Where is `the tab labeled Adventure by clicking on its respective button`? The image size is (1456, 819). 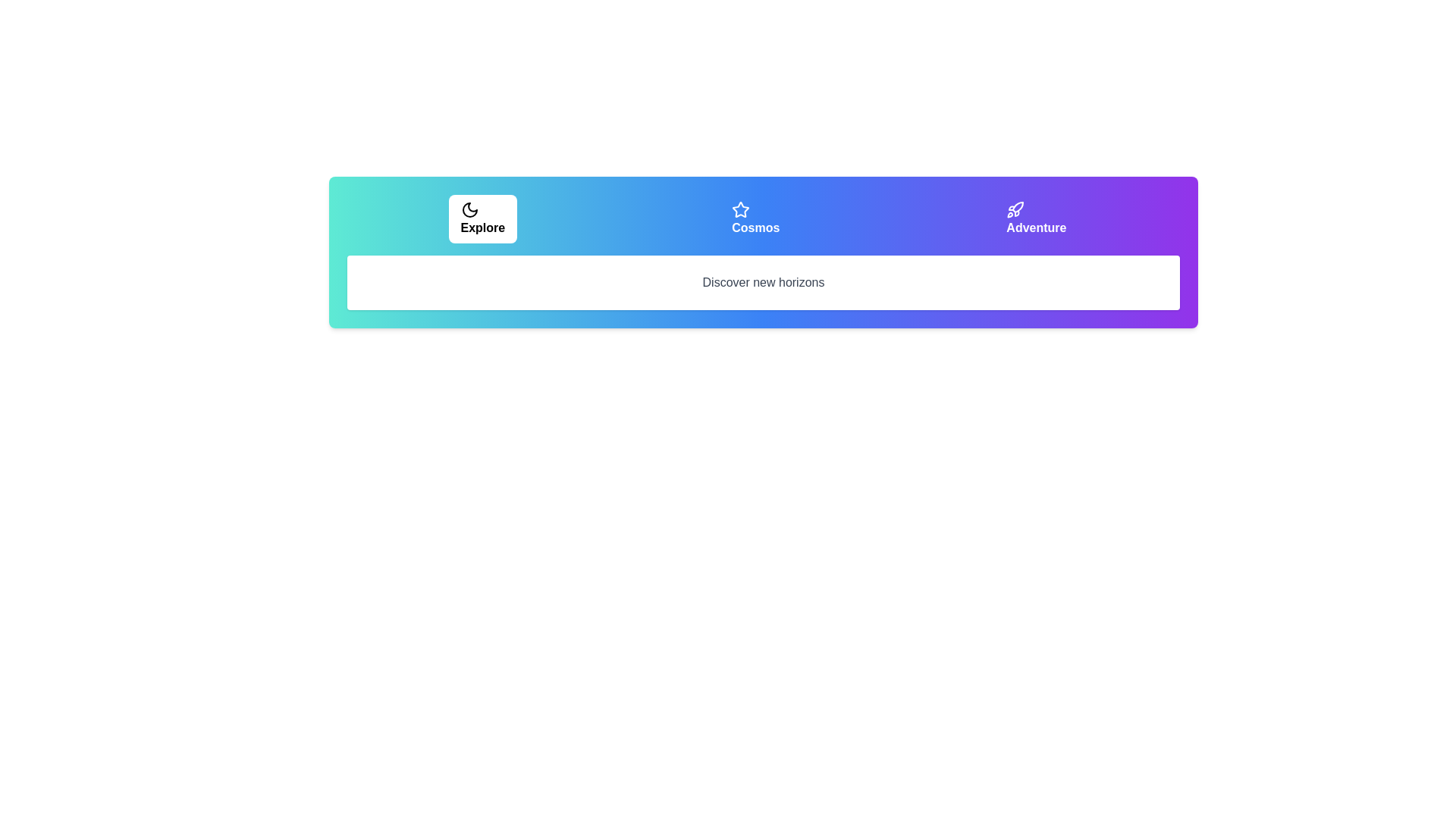
the tab labeled Adventure by clicking on its respective button is located at coordinates (1035, 219).